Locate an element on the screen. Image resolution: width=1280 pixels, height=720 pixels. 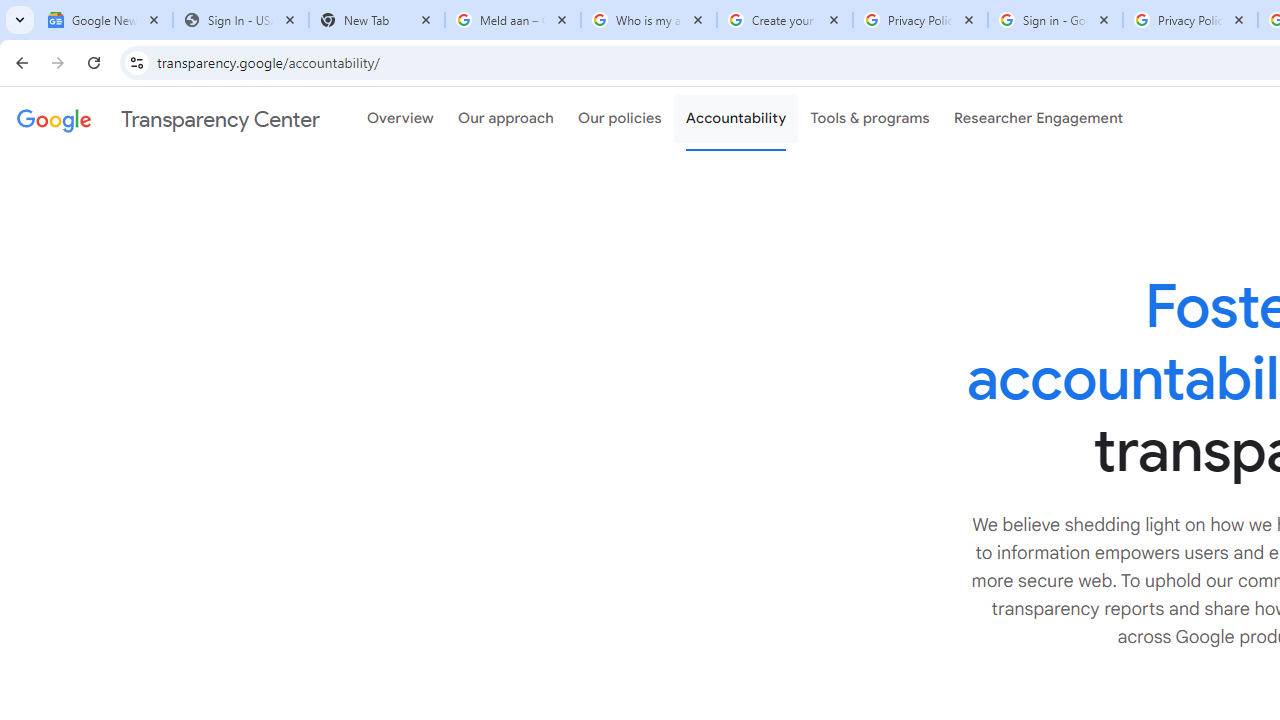
'Transparency Center' is located at coordinates (168, 119).